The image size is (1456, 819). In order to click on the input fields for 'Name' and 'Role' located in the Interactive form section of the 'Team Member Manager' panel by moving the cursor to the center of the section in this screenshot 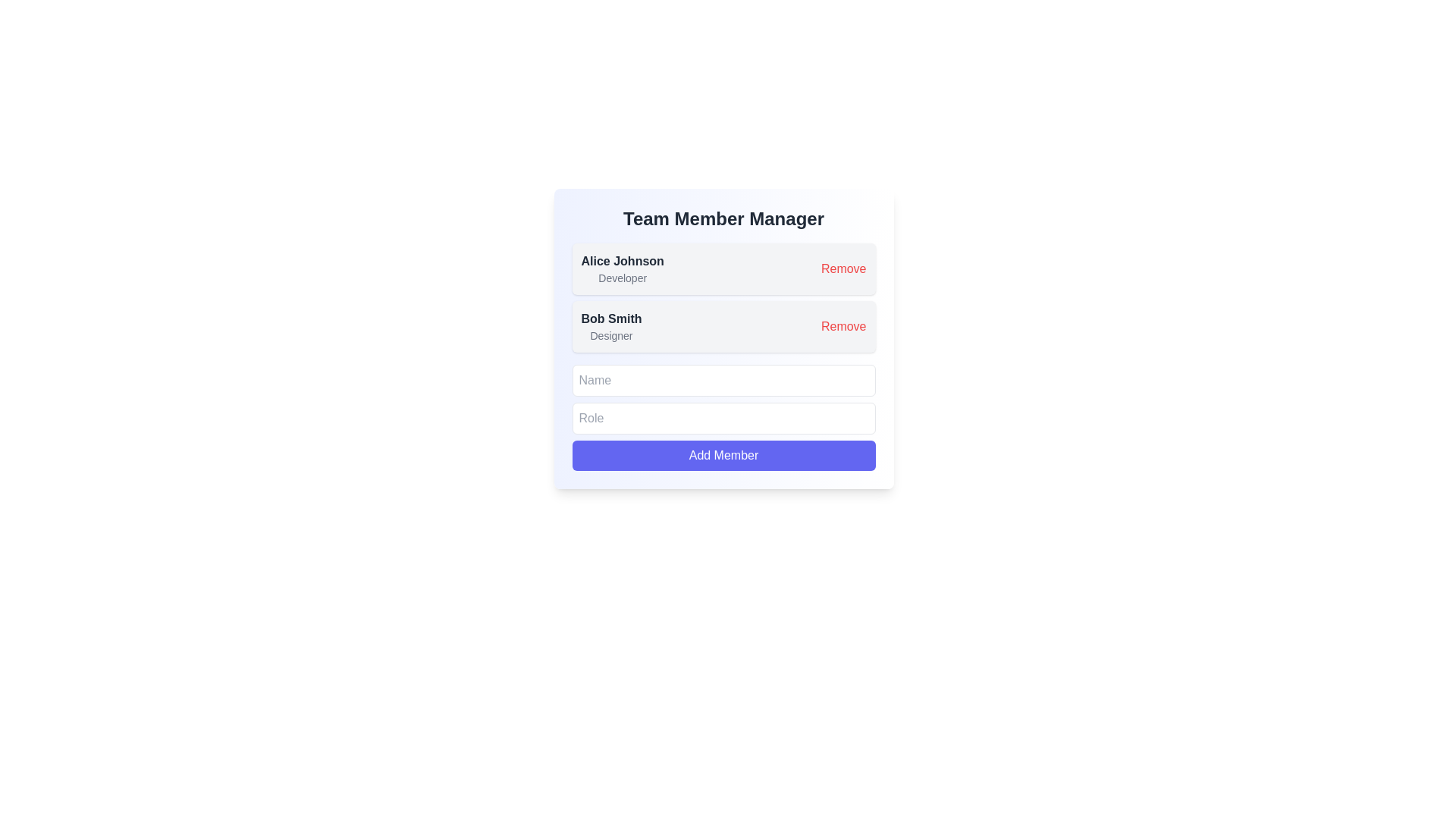, I will do `click(723, 418)`.